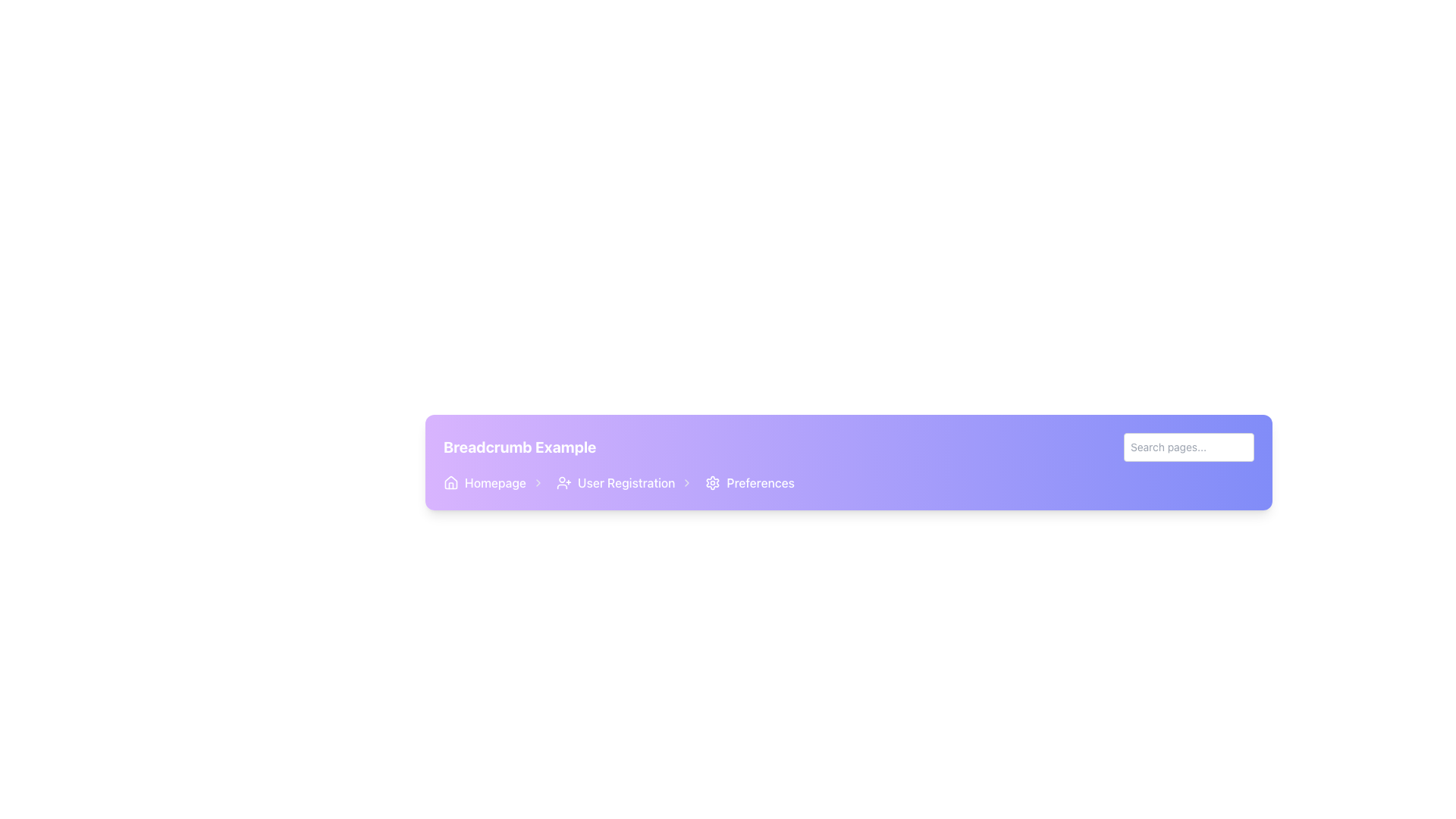  Describe the element at coordinates (494, 482) in the screenshot. I see `the 'Homepage' breadcrumb link, which is the first item in the breadcrumb navigation bar styled in white font on a purple gradient background with a house icon` at that location.